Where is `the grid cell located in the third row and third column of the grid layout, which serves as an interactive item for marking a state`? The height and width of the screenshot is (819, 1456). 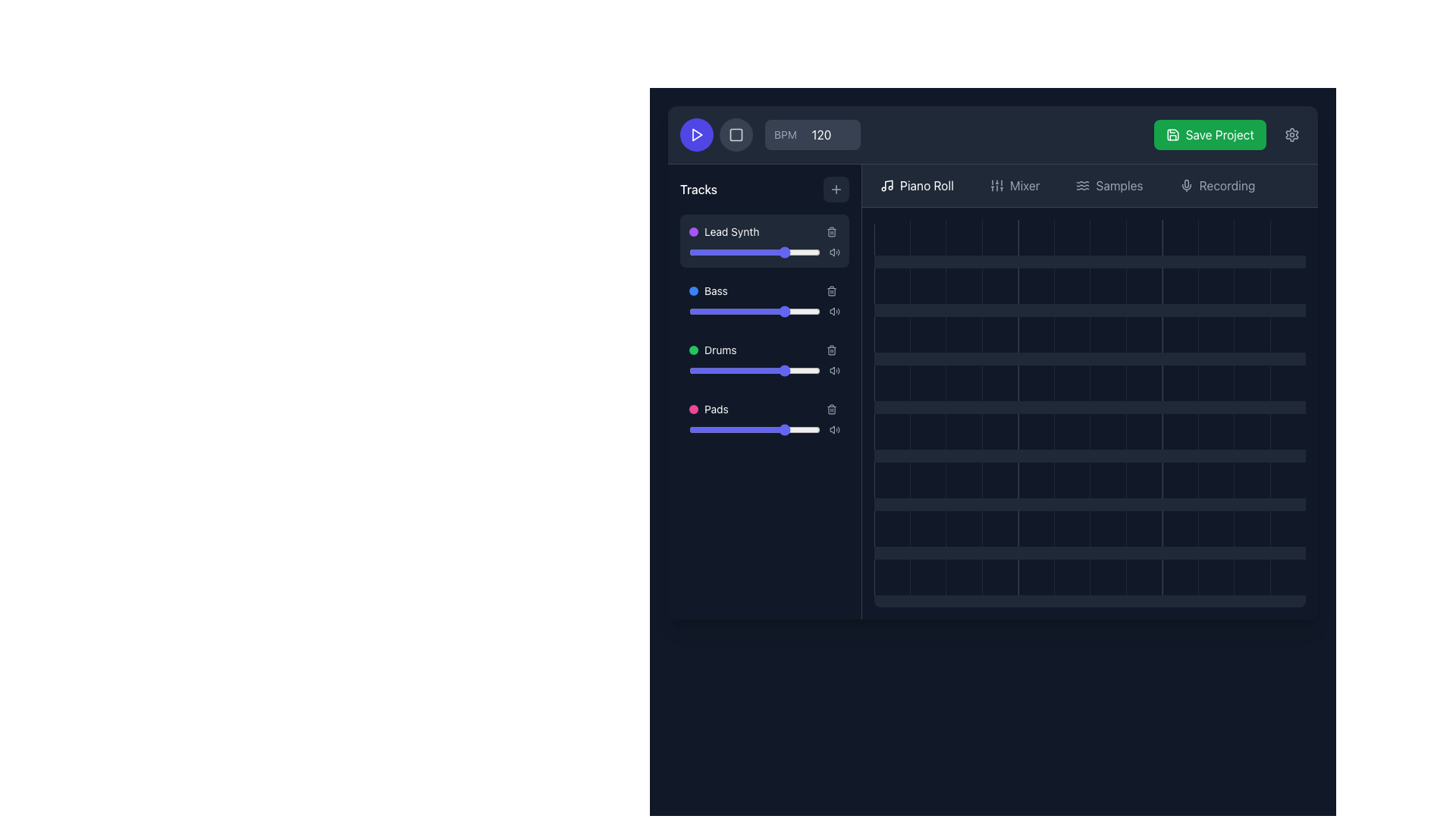
the grid cell located in the third row and third column of the grid layout, which serves as an interactive item for marking a state is located at coordinates (963, 382).